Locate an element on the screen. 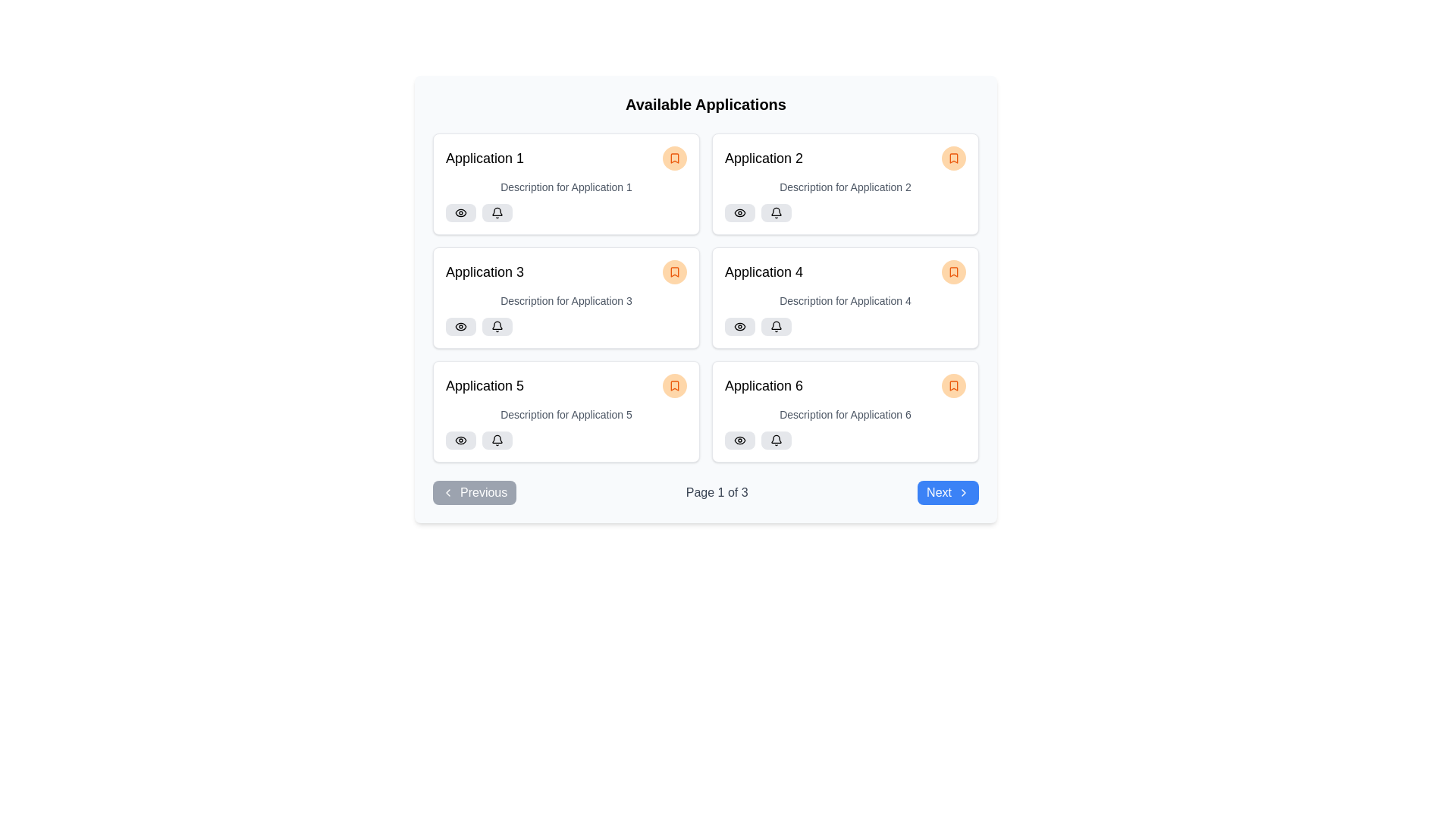 This screenshot has height=819, width=1456. the Icon button located in the action section of the sixth application card, which is positioned to the left of the bell icon in the card's bottom-right corner action bar is located at coordinates (739, 441).